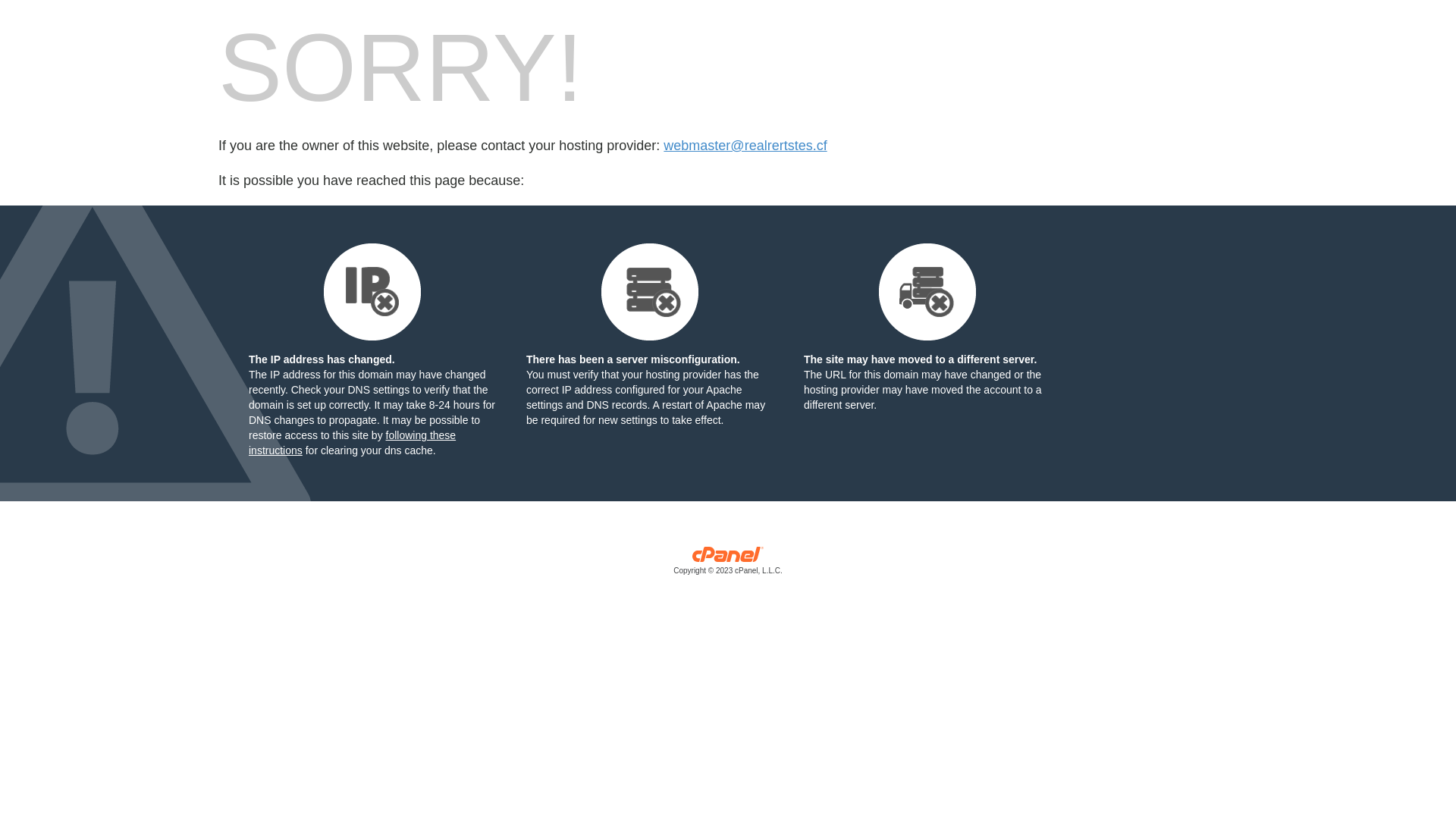  What do you see at coordinates (351, 442) in the screenshot?
I see `'following these instructions'` at bounding box center [351, 442].